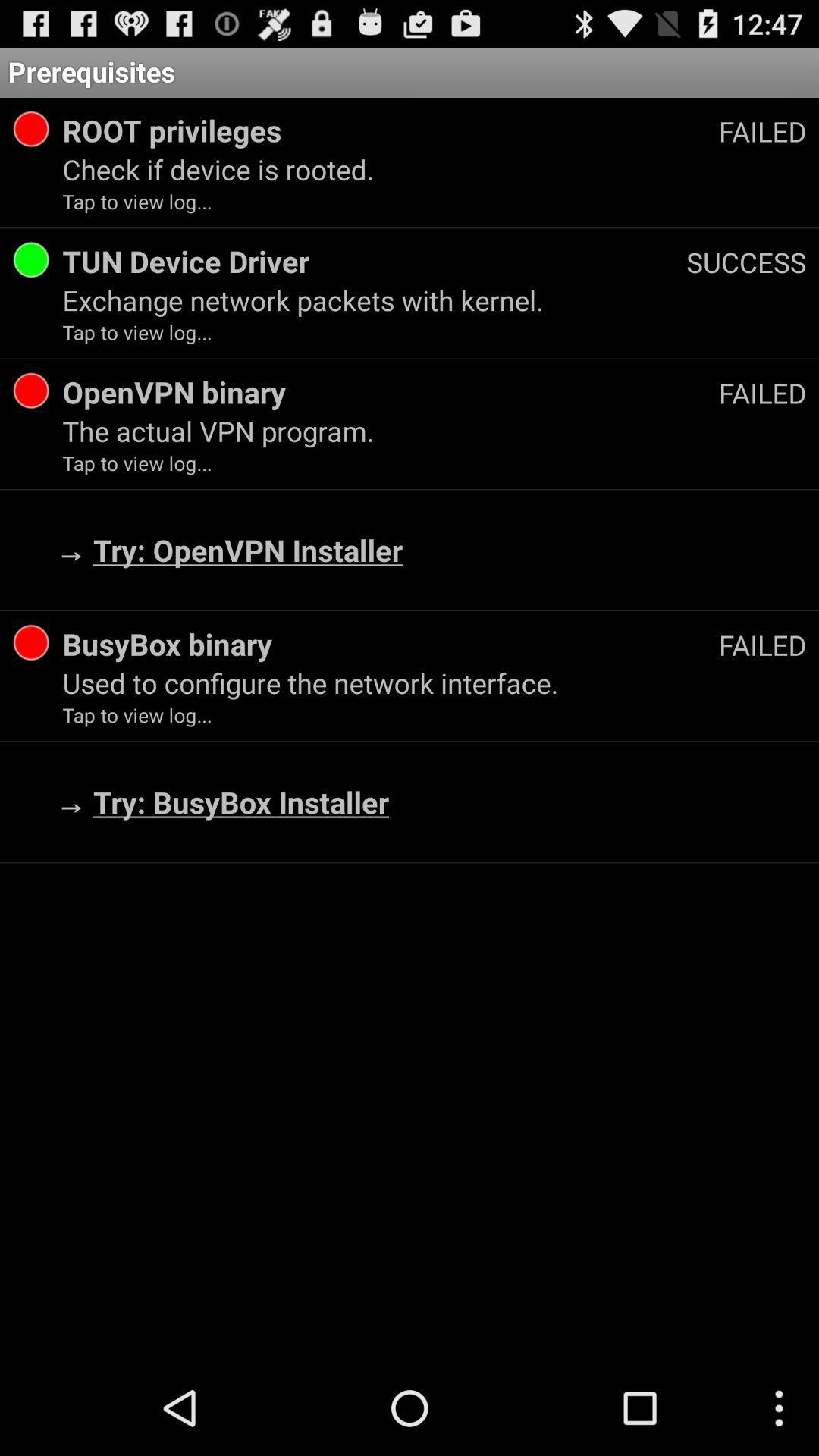 Image resolution: width=819 pixels, height=1456 pixels. Describe the element at coordinates (374, 261) in the screenshot. I see `item to the left of the success` at that location.